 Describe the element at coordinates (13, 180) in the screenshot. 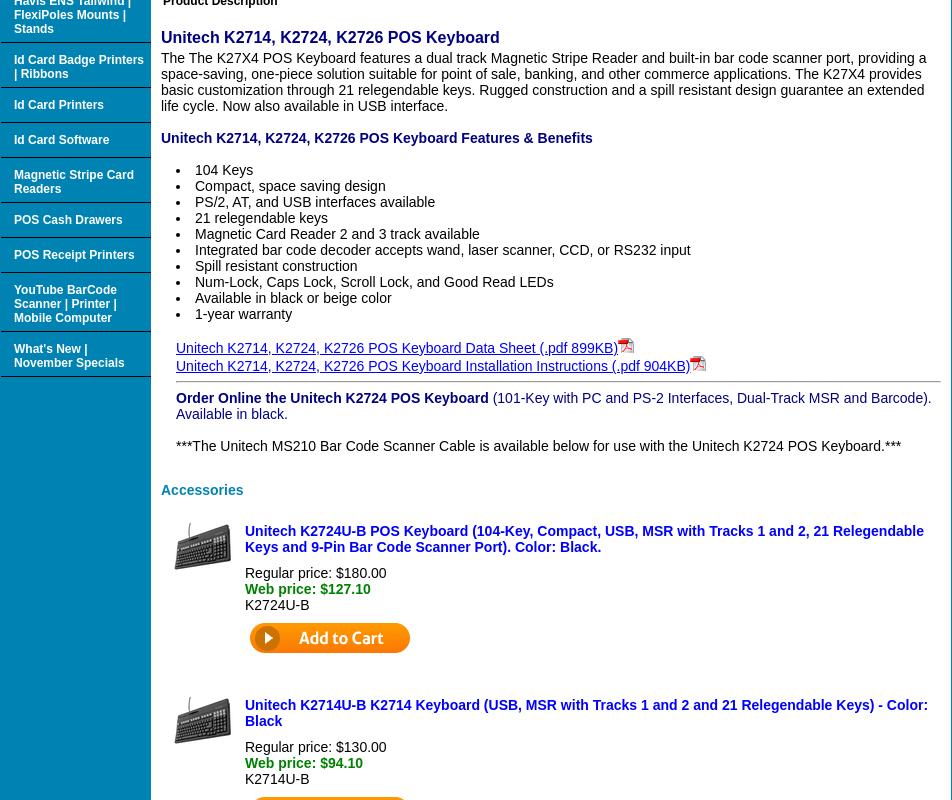

I see `'Magnetic Stripe Card Readers'` at that location.